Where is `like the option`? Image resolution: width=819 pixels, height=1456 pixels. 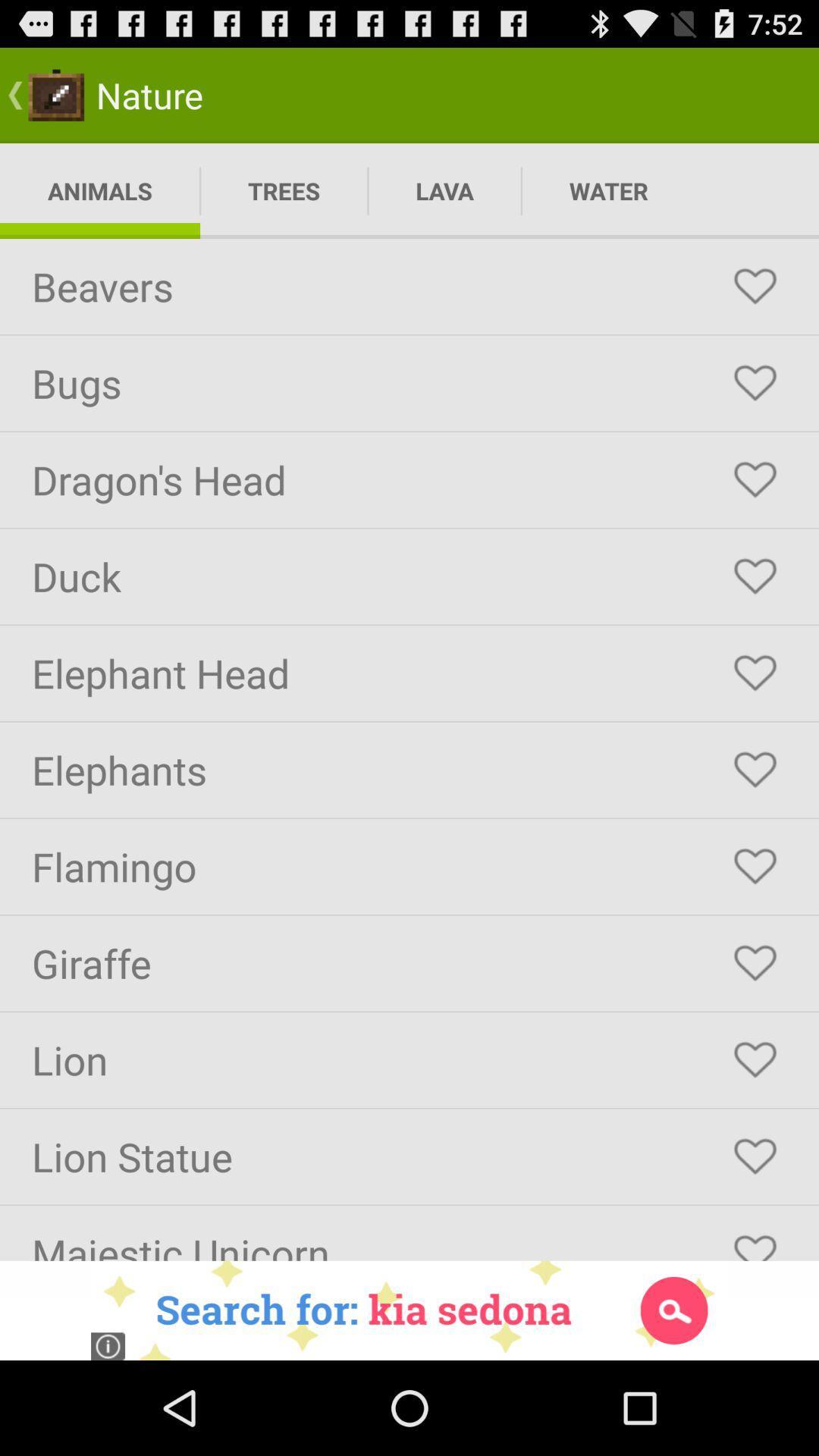
like the option is located at coordinates (755, 1241).